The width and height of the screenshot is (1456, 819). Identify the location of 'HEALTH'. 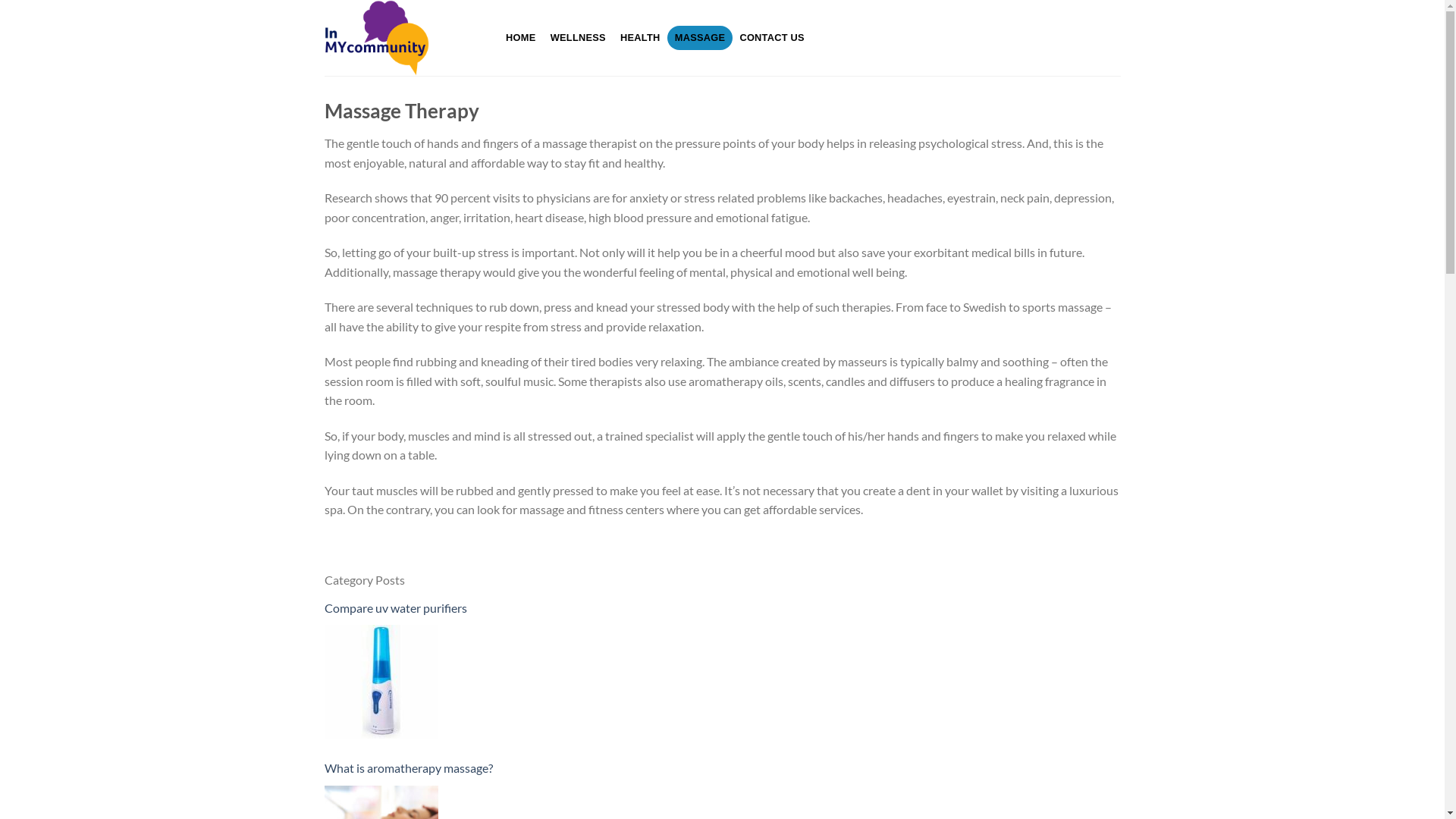
(612, 37).